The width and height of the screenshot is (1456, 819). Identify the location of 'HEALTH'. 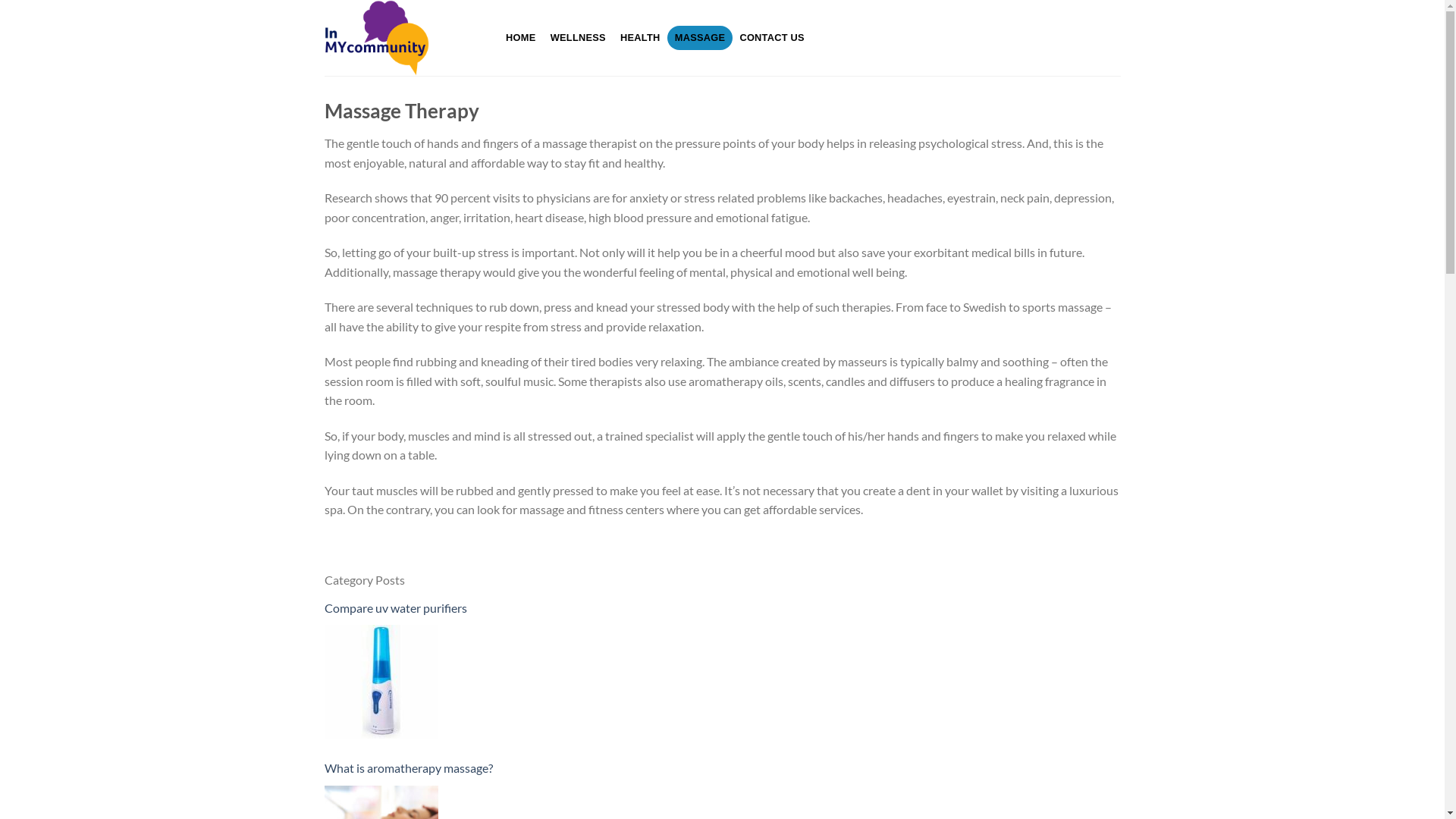
(612, 37).